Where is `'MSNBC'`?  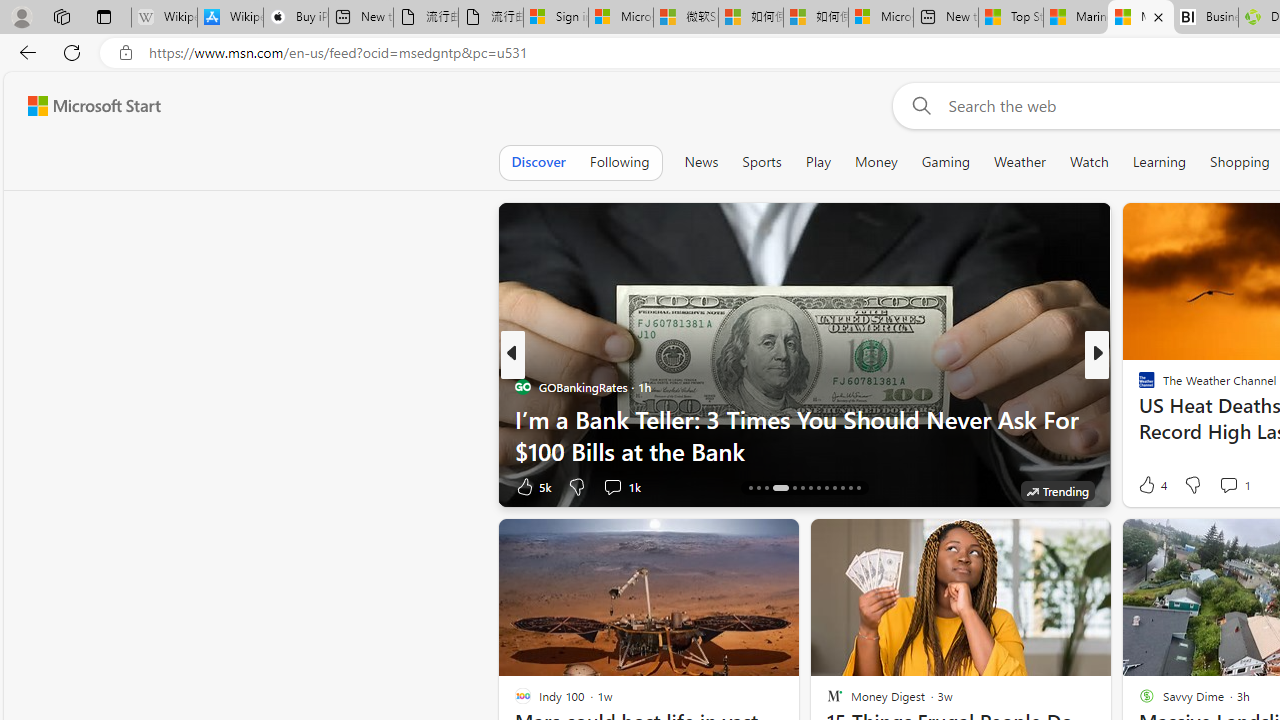 'MSNBC' is located at coordinates (1138, 387).